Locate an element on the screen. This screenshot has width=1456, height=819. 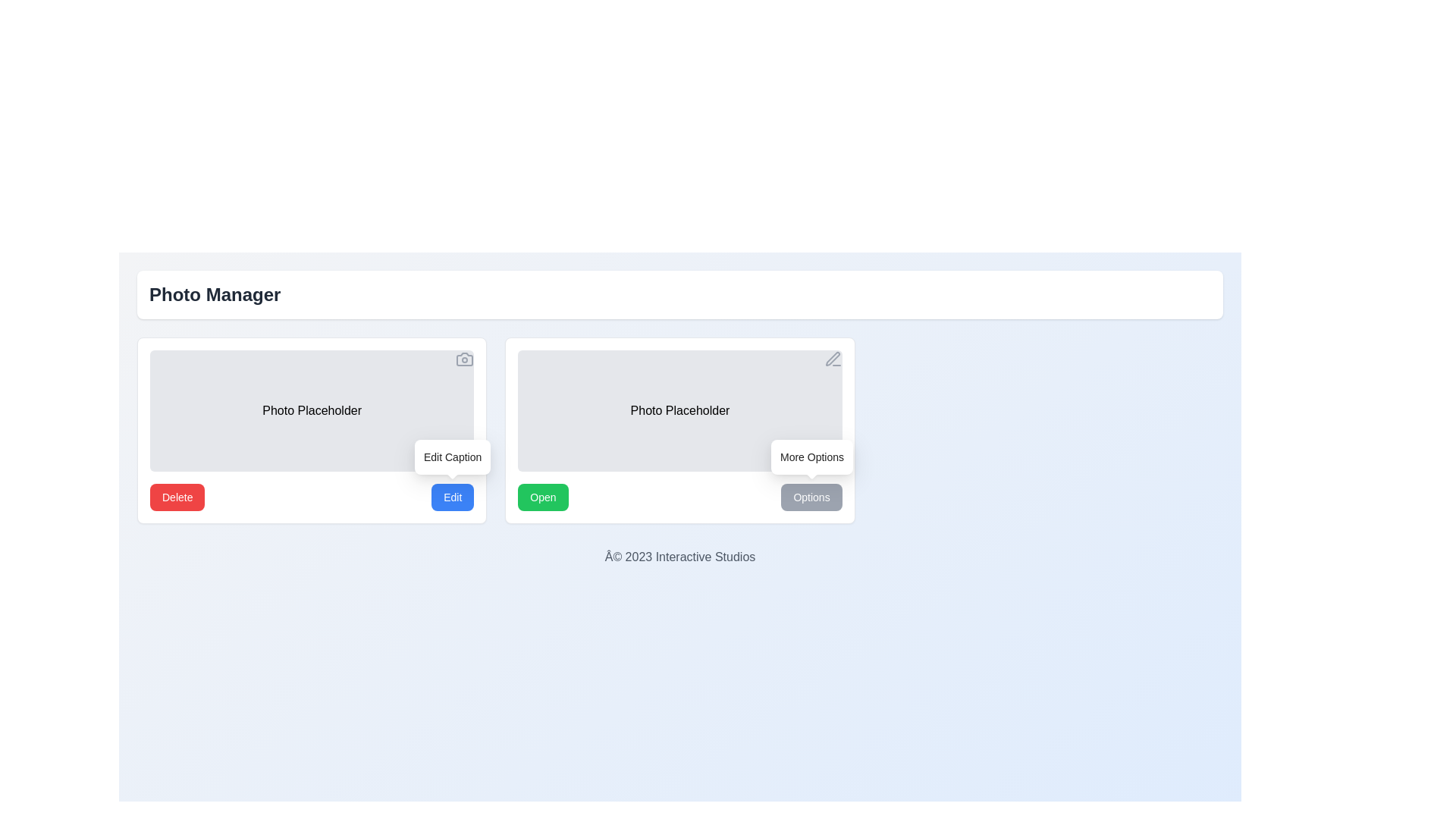
the 'Edit' button located at the bottom-right of the left card is located at coordinates (452, 497).